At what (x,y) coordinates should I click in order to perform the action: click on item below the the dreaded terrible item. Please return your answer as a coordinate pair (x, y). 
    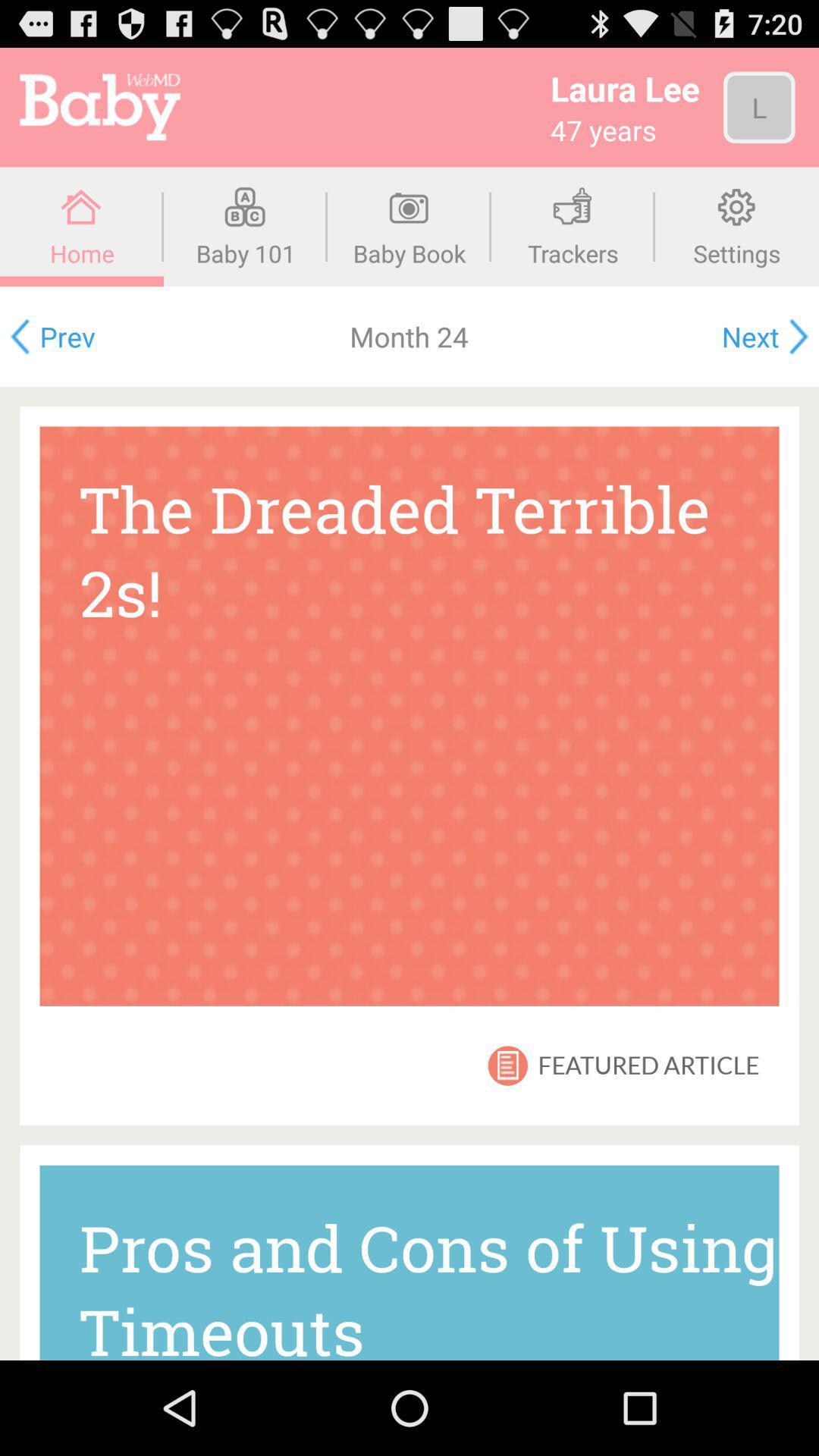
    Looking at the image, I should click on (507, 1065).